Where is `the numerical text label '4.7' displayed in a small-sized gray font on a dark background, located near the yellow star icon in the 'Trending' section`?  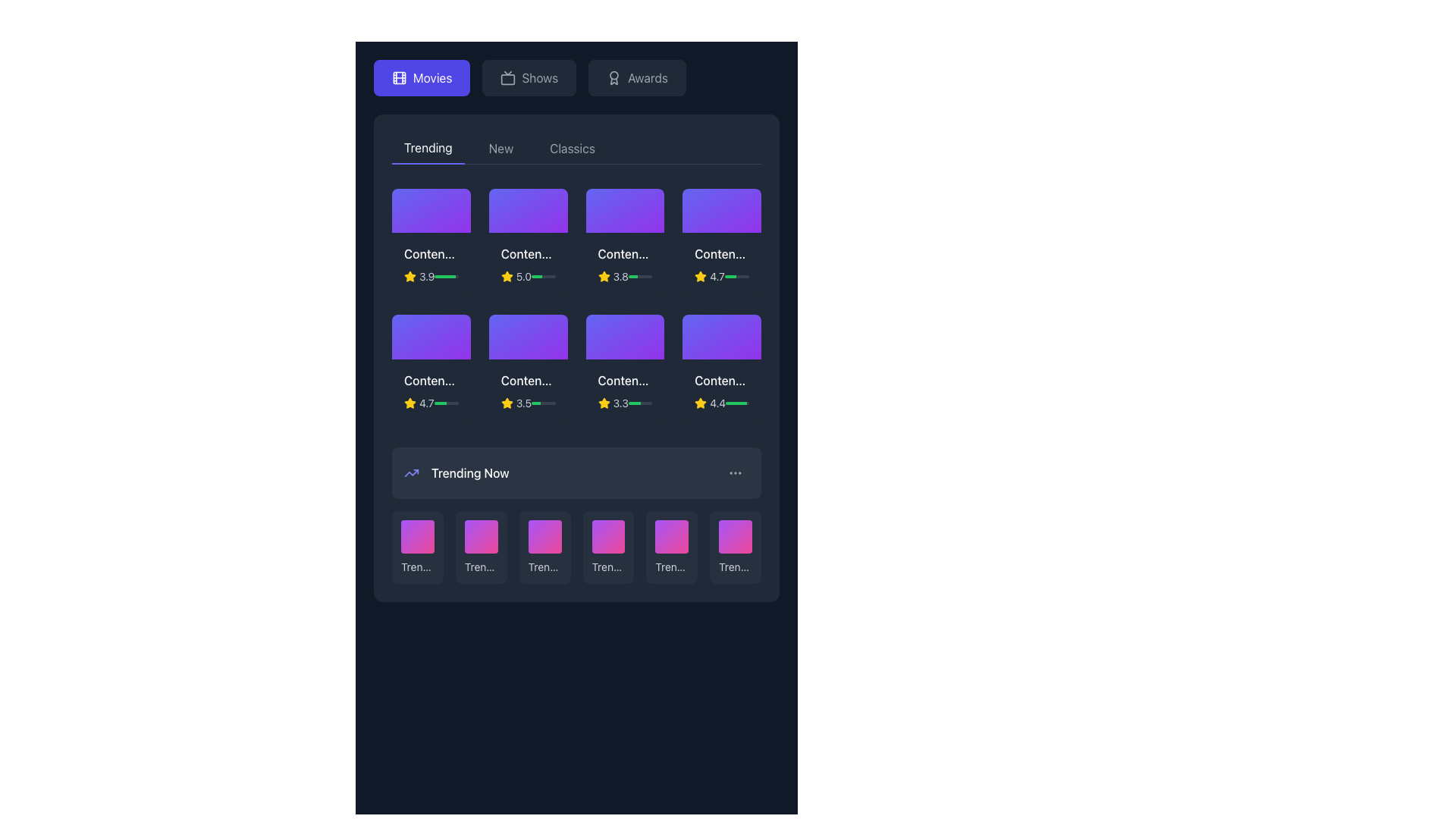 the numerical text label '4.7' displayed in a small-sized gray font on a dark background, located near the yellow star icon in the 'Trending' section is located at coordinates (425, 402).